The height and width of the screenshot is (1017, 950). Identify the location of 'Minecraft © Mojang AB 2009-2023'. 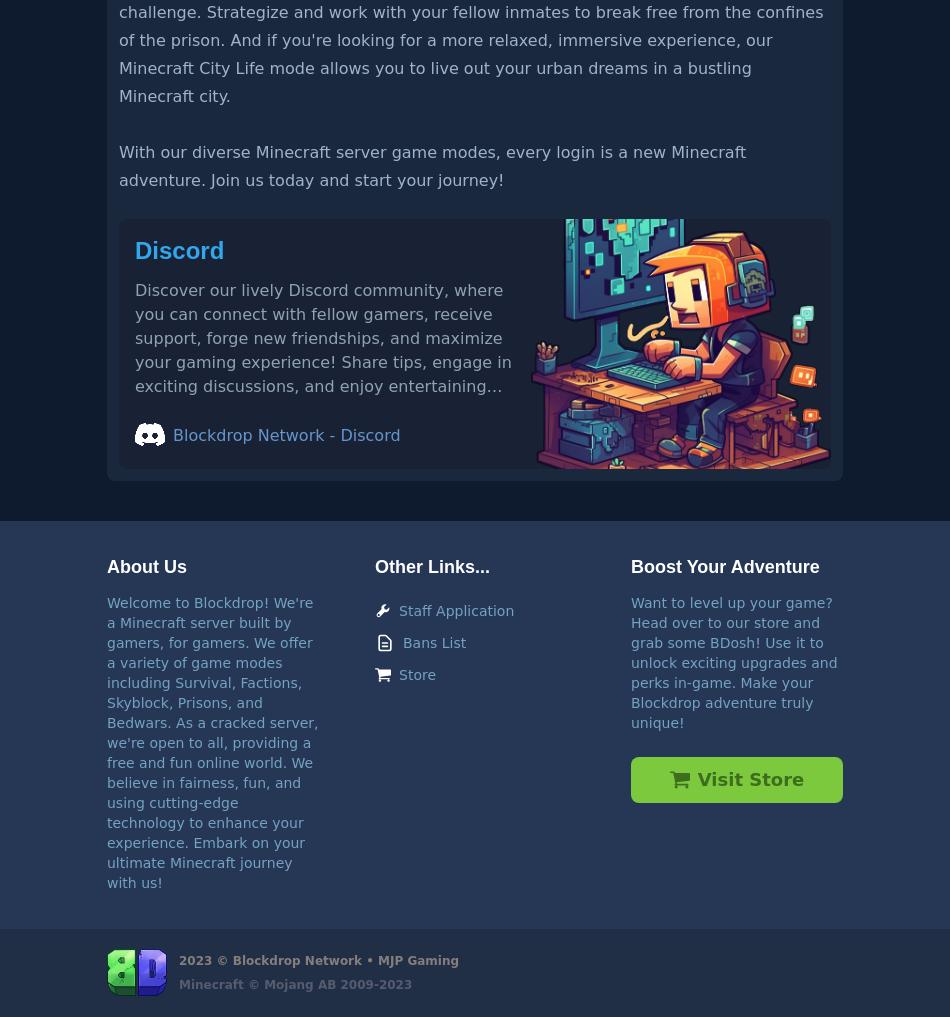
(178, 984).